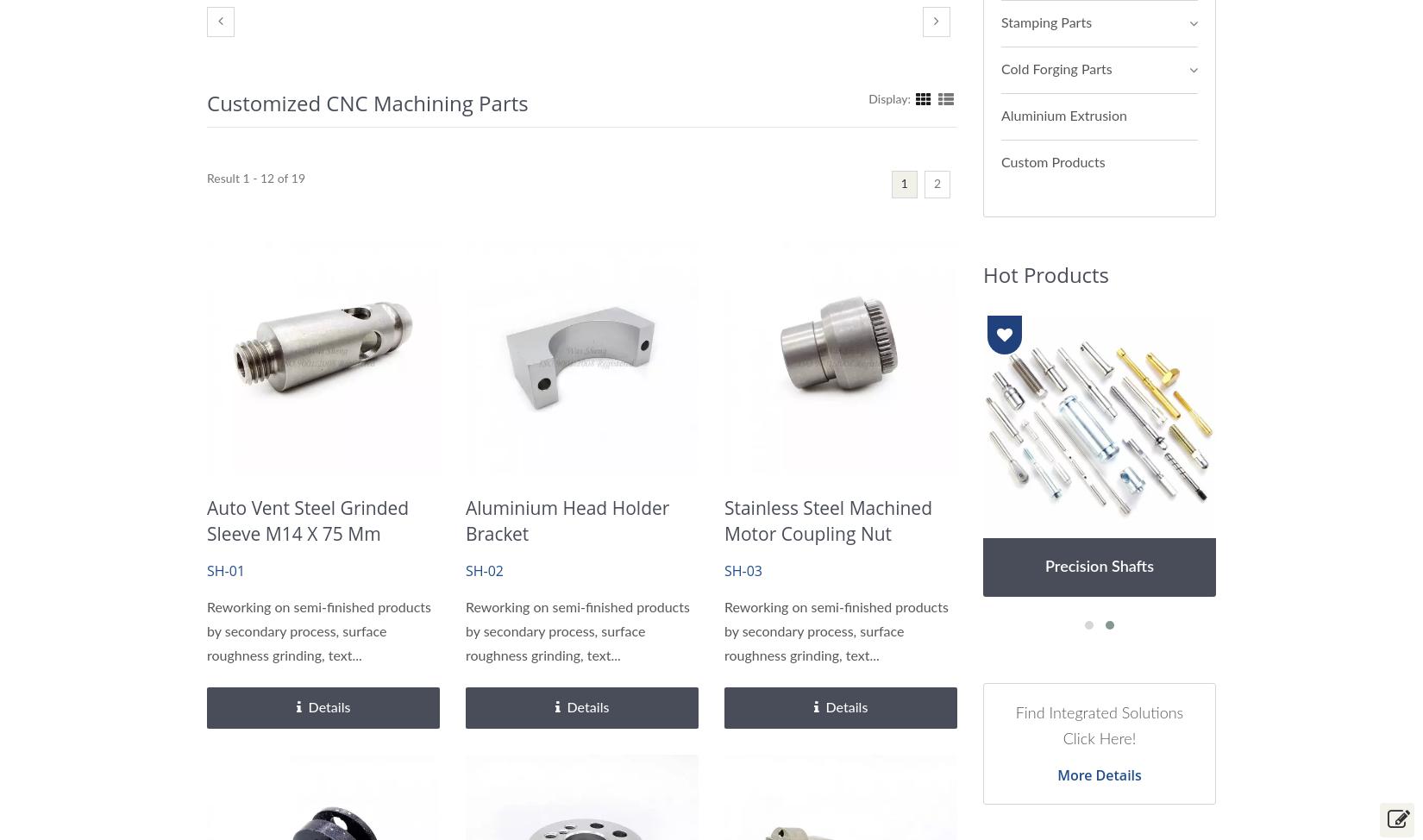 This screenshot has width=1423, height=840. What do you see at coordinates (1056, 70) in the screenshot?
I see `'Cold Forging Parts'` at bounding box center [1056, 70].